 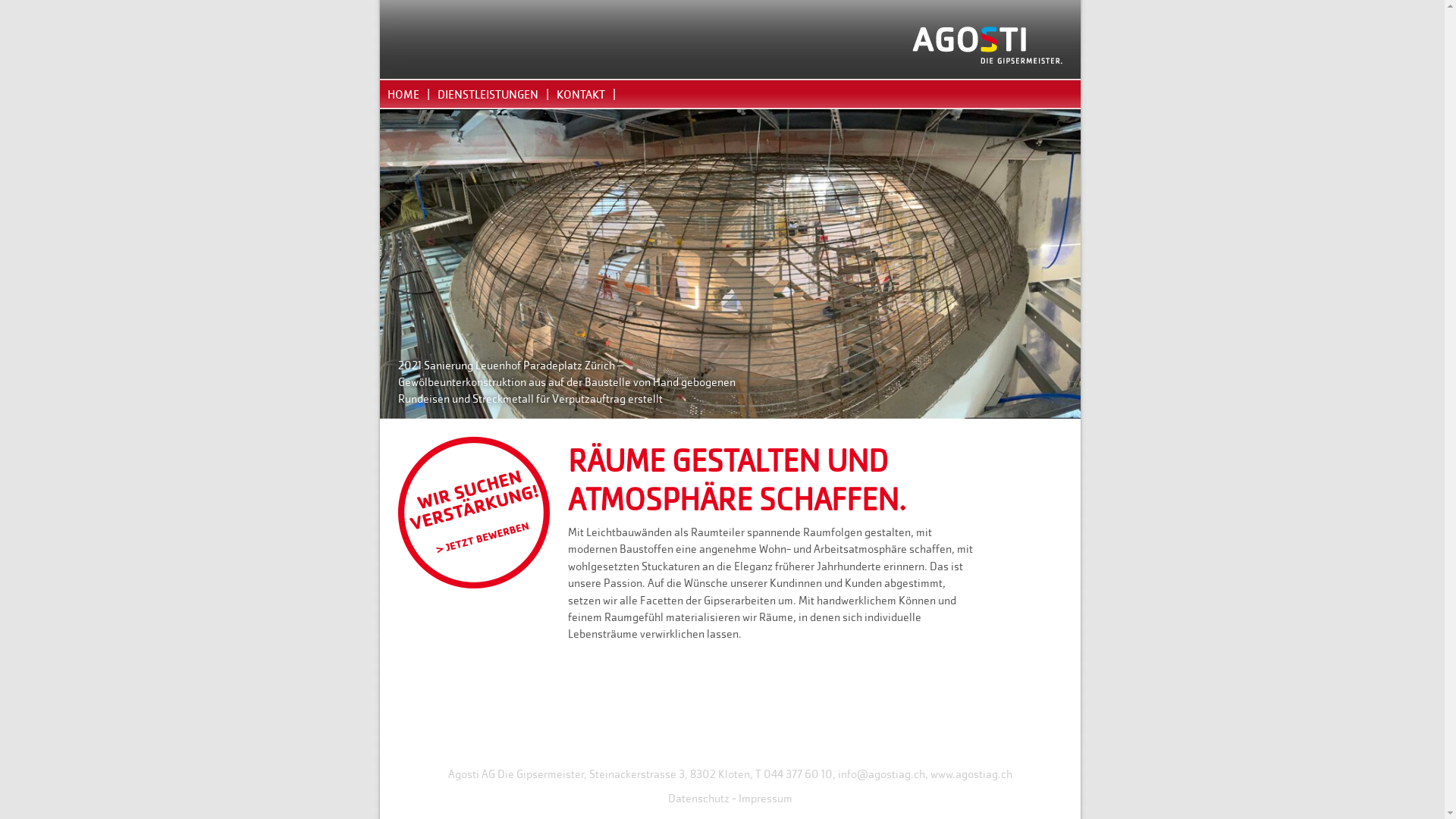 What do you see at coordinates (488, 93) in the screenshot?
I see `'DIENSTLEISTUNGEN'` at bounding box center [488, 93].